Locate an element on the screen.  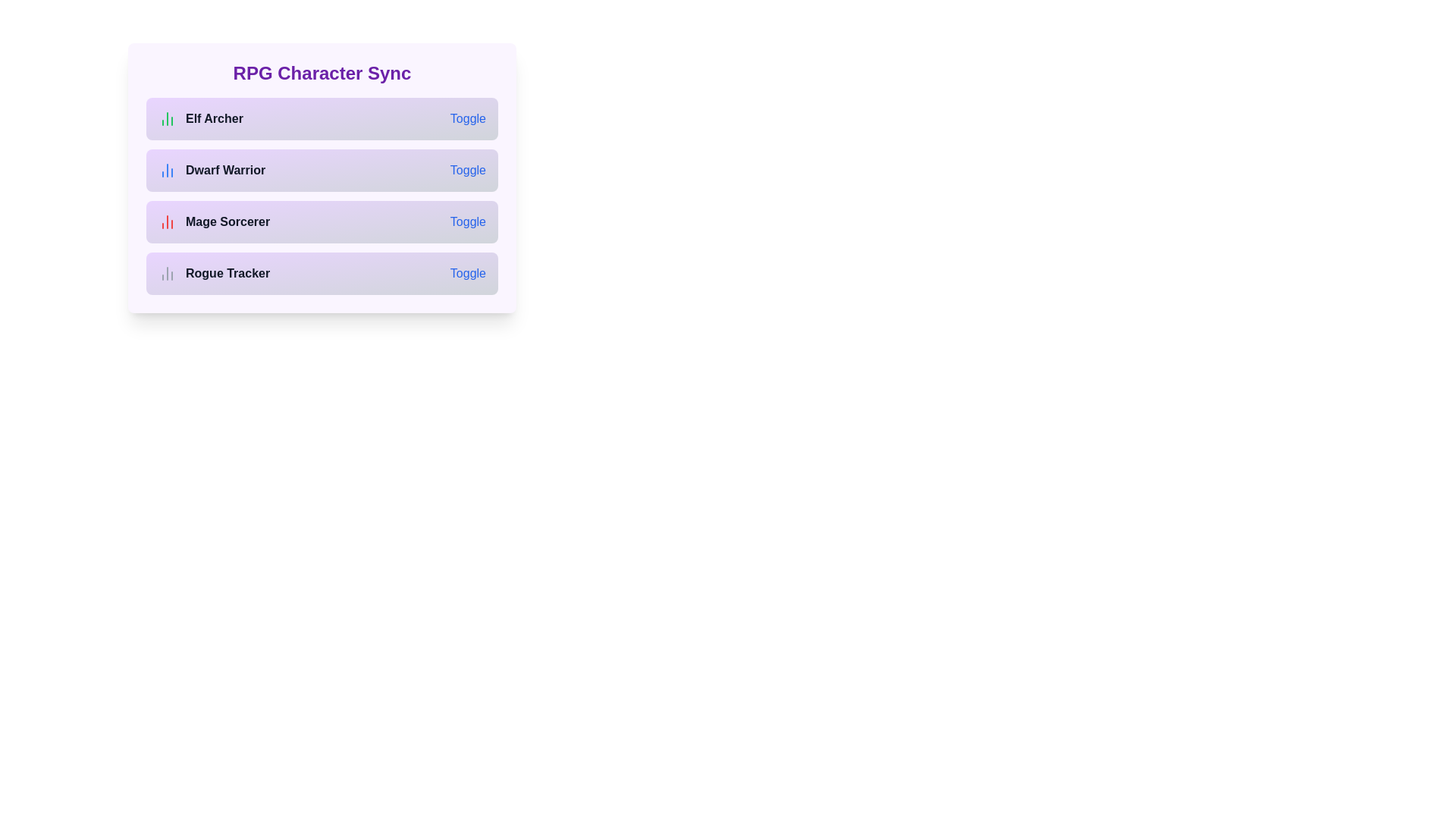
the 'Toggle' button, which is styled in blue and positioned to the right of the 'Mage Sorcerer' label is located at coordinates (467, 222).